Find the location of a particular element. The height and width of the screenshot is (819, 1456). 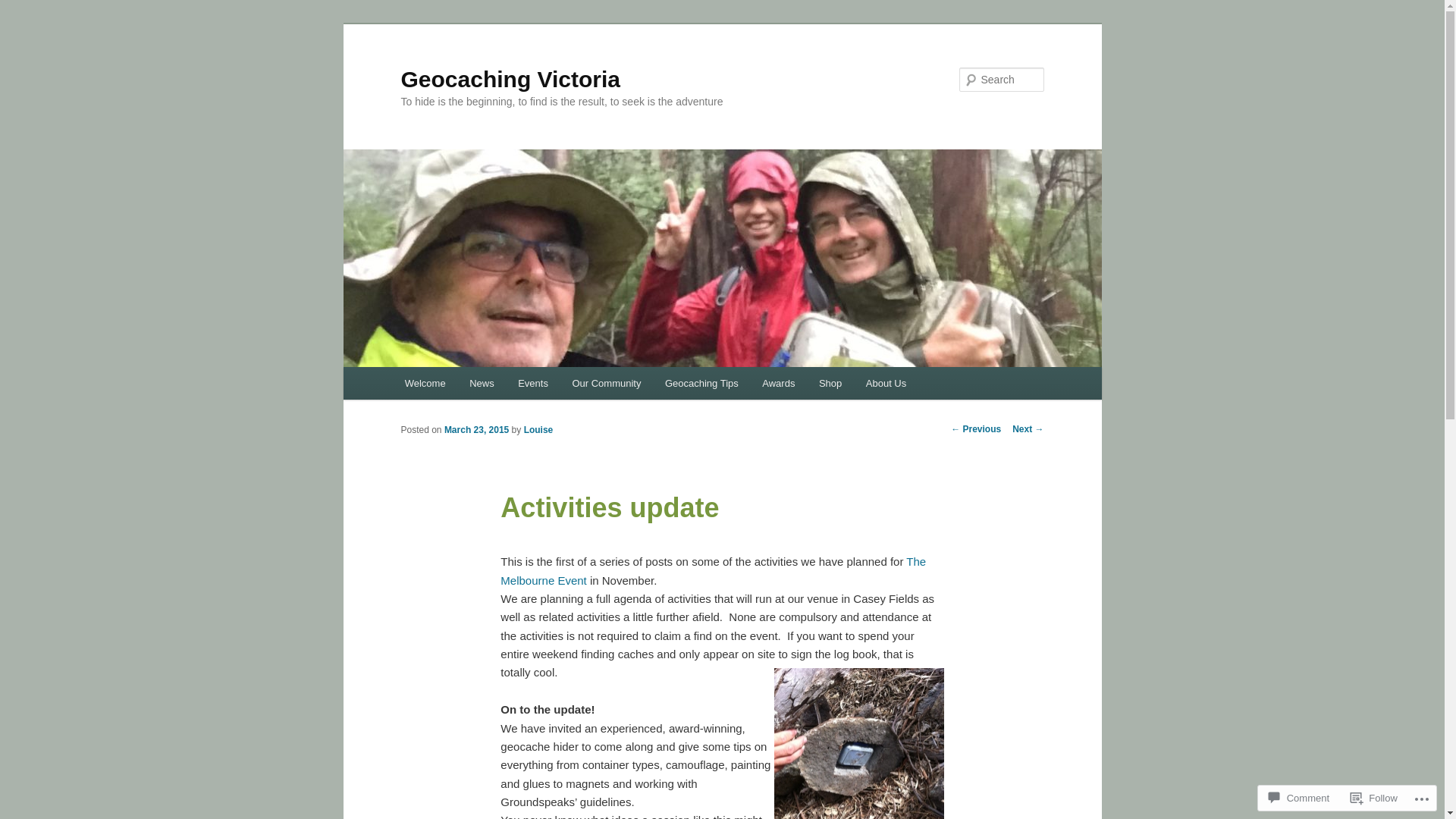

'Welcome' is located at coordinates (425, 382).